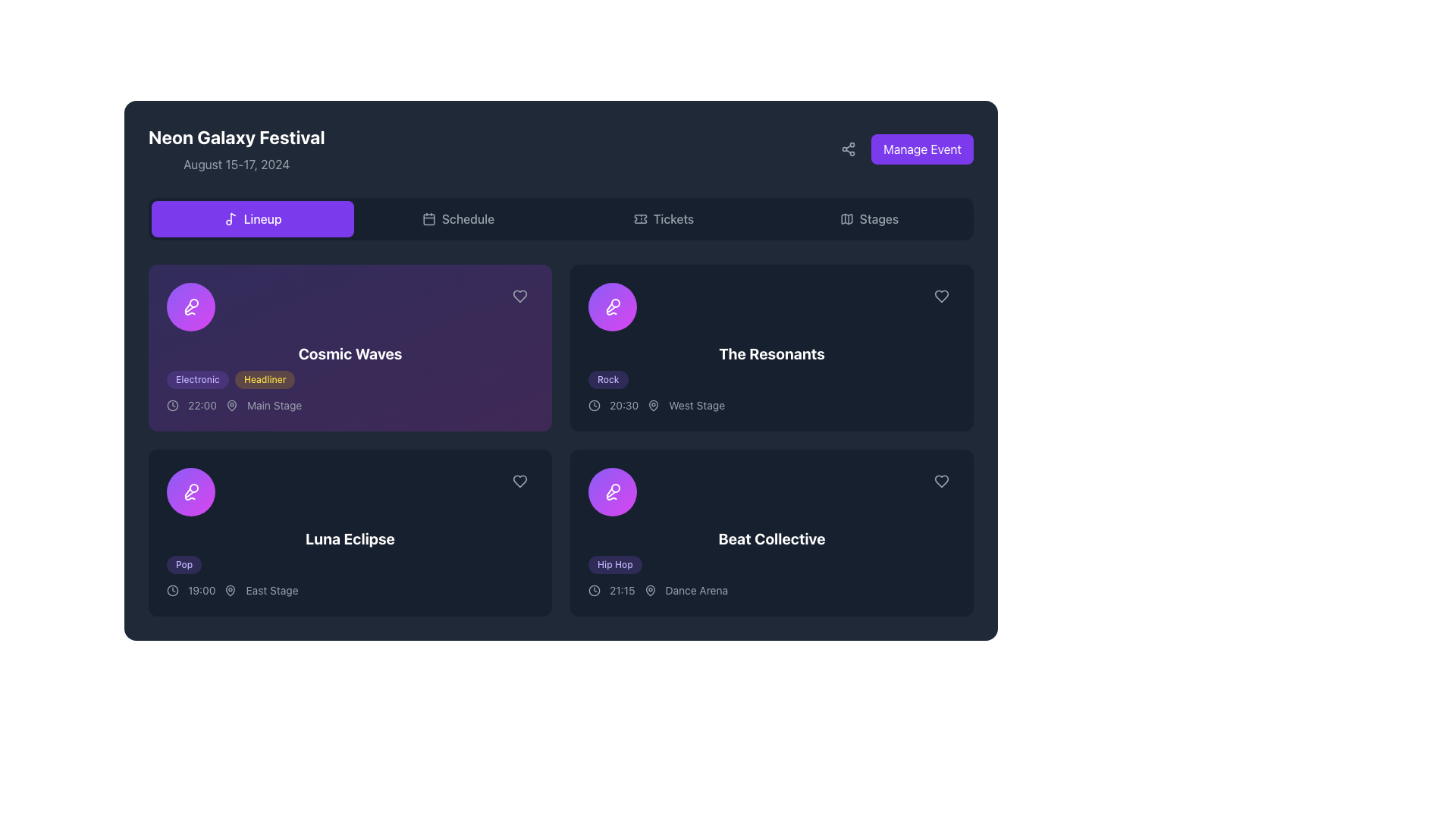  I want to click on text of the 'Hip Hop' label, which is a horizontally aligned tag with a violet rounded background located in the 'Beat Collective' card element, so click(771, 564).